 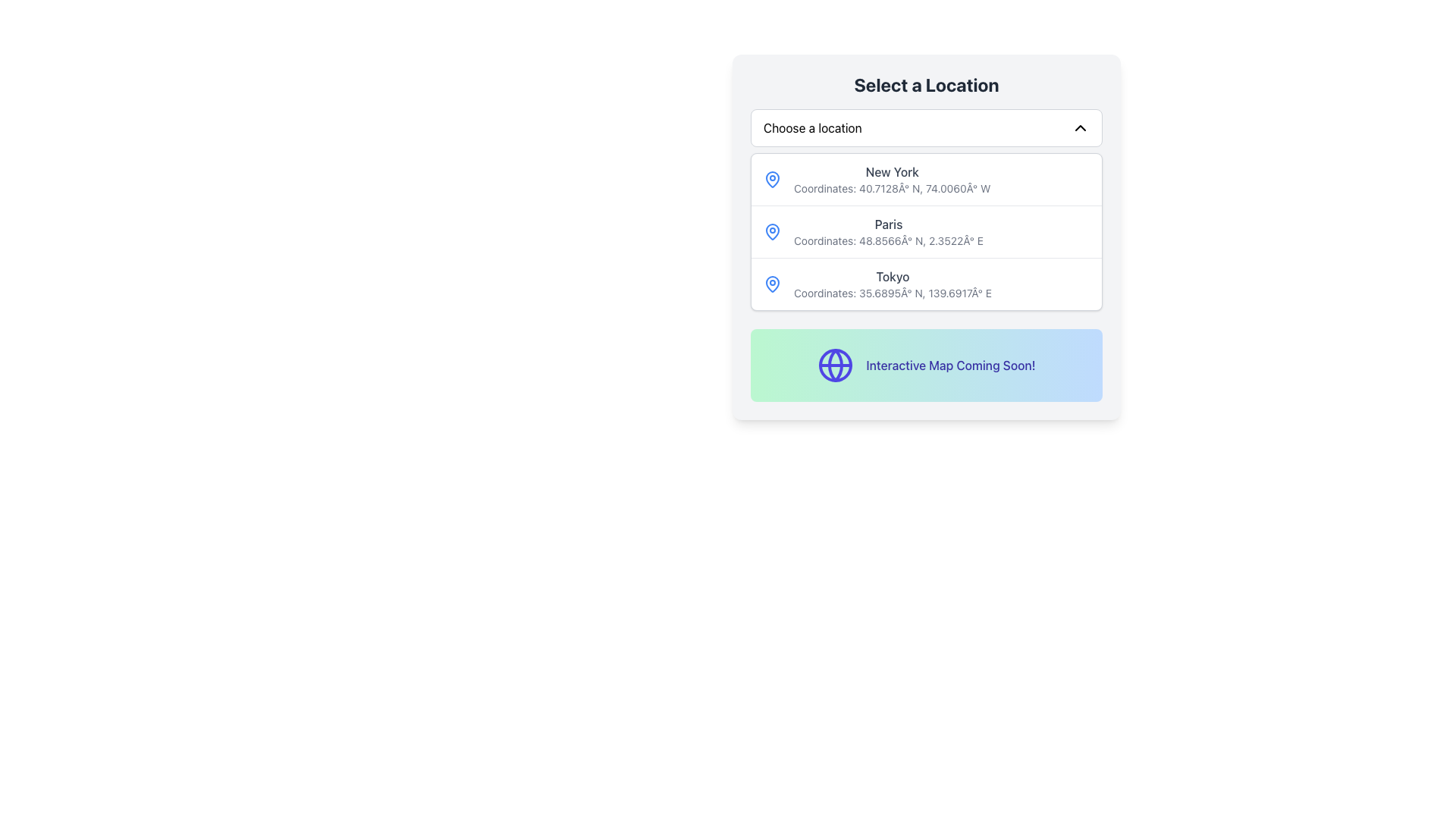 What do you see at coordinates (772, 178) in the screenshot?
I see `the visual location marker icon representing the 'New York' entry in the list` at bounding box center [772, 178].